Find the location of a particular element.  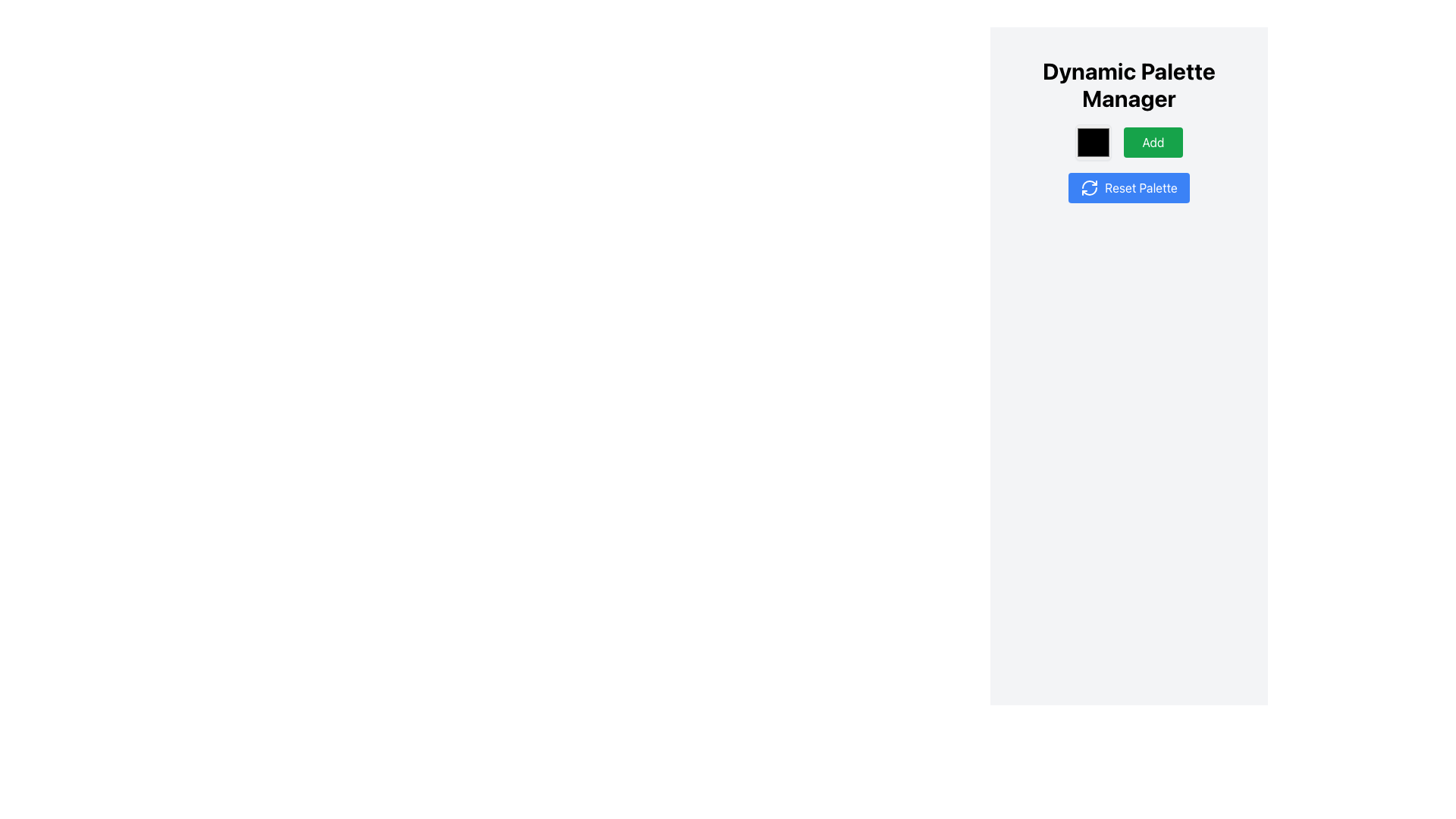

the reset icon located to the left of the blue 'Reset Palette' button is located at coordinates (1088, 187).